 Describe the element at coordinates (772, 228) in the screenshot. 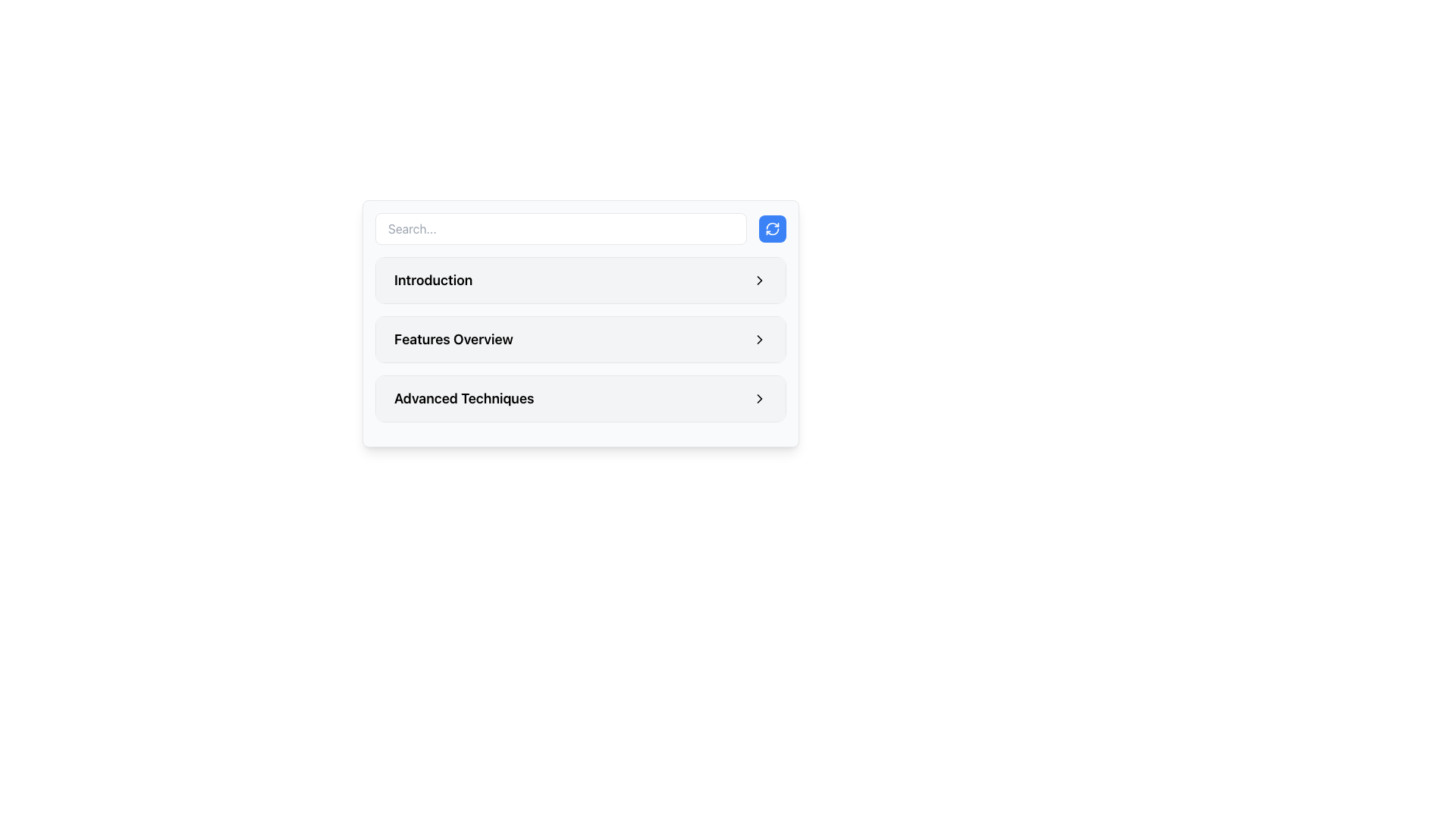

I see `the refresh button, which is an icon resembling two arrows forming a circular shape, located within a blue button to the right of the search bar at the top of the panel` at that location.